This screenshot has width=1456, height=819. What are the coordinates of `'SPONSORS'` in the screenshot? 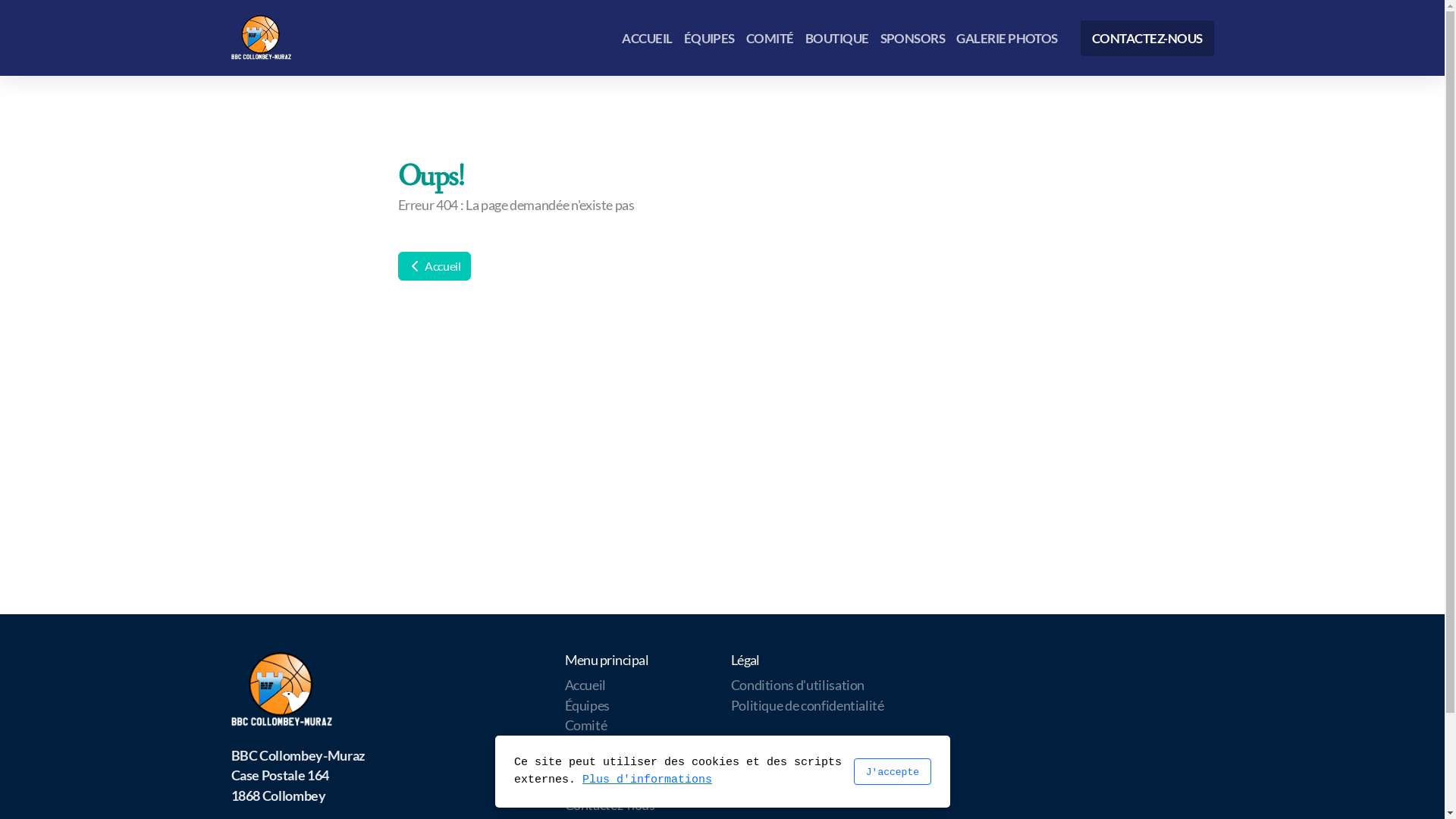 It's located at (912, 36).